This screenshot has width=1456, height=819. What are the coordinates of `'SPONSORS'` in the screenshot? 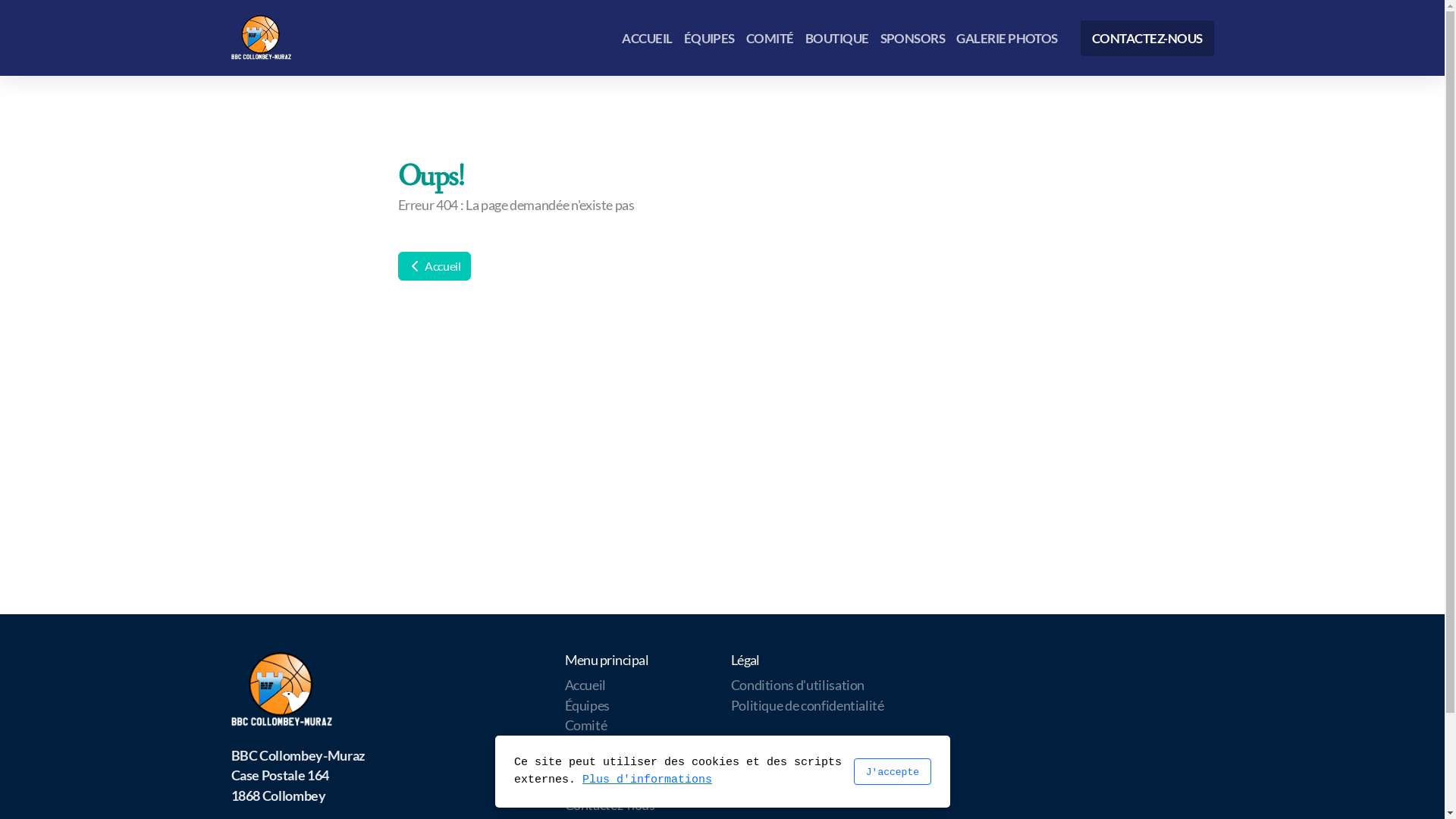 It's located at (912, 36).